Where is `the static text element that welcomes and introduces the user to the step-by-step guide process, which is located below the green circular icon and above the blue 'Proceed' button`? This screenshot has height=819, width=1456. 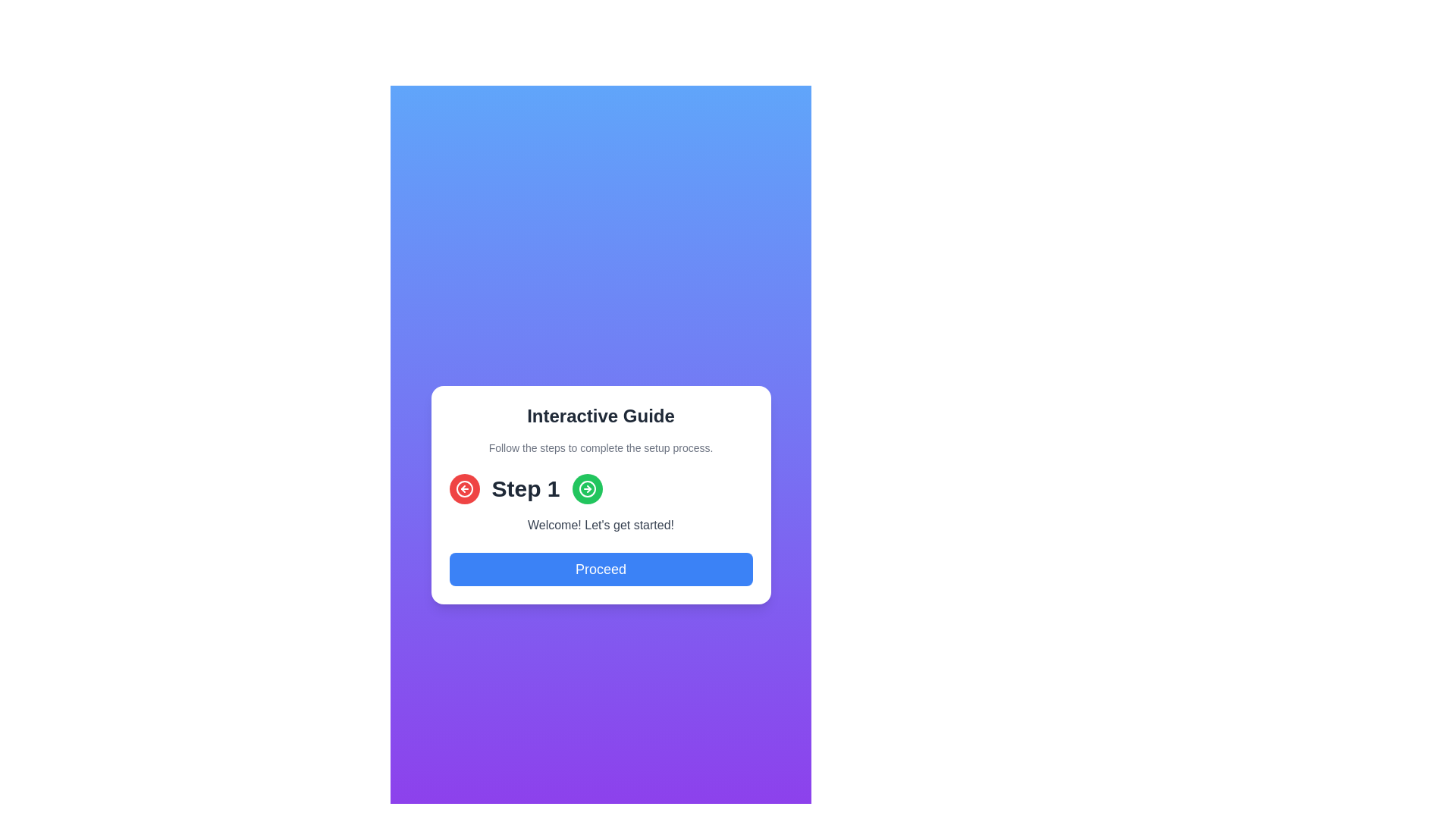
the static text element that welcomes and introduces the user to the step-by-step guide process, which is located below the green circular icon and above the blue 'Proceed' button is located at coordinates (600, 525).